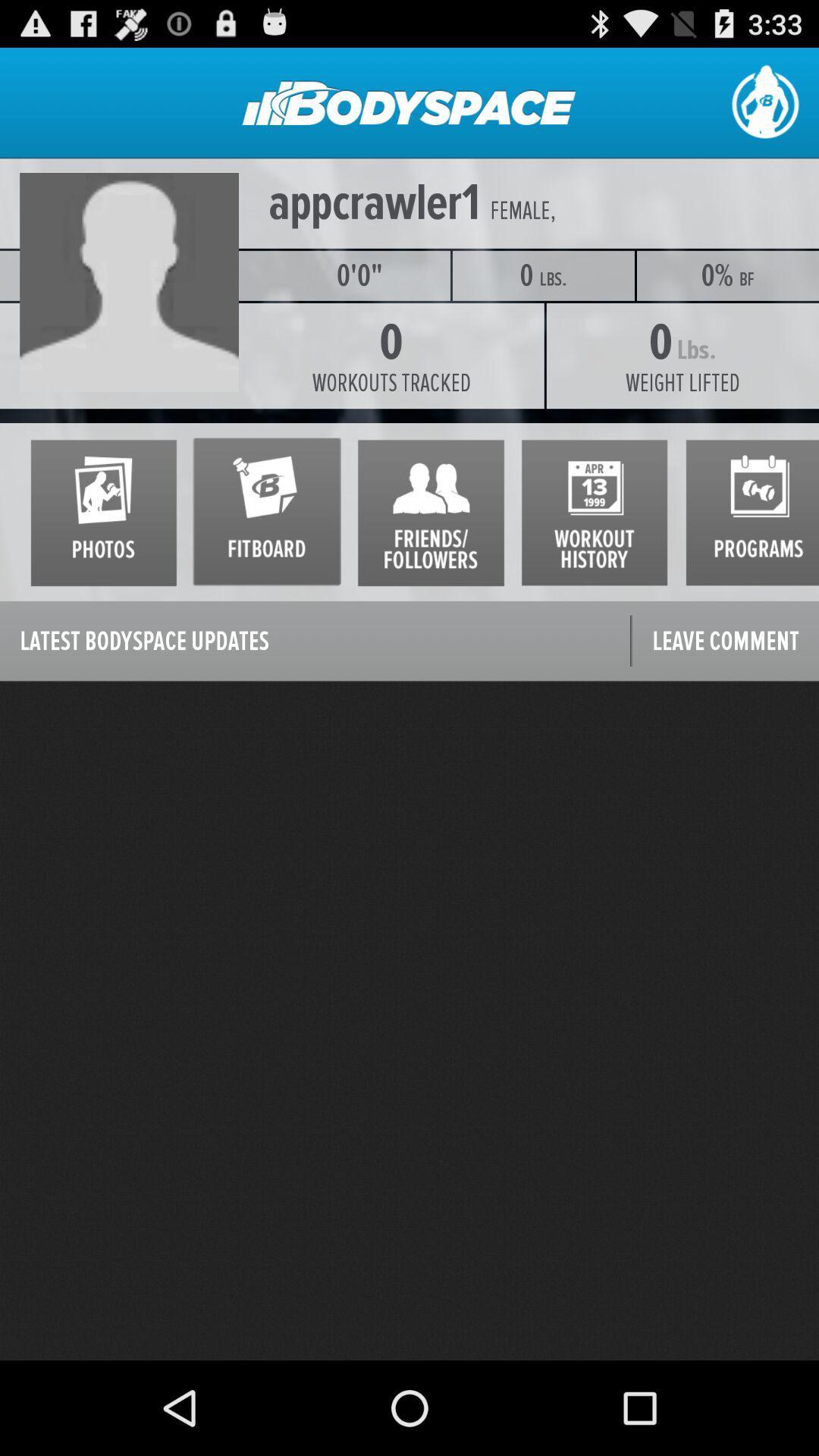 The height and width of the screenshot is (1456, 819). Describe the element at coordinates (684, 210) in the screenshot. I see `the icon above the 0% item` at that location.